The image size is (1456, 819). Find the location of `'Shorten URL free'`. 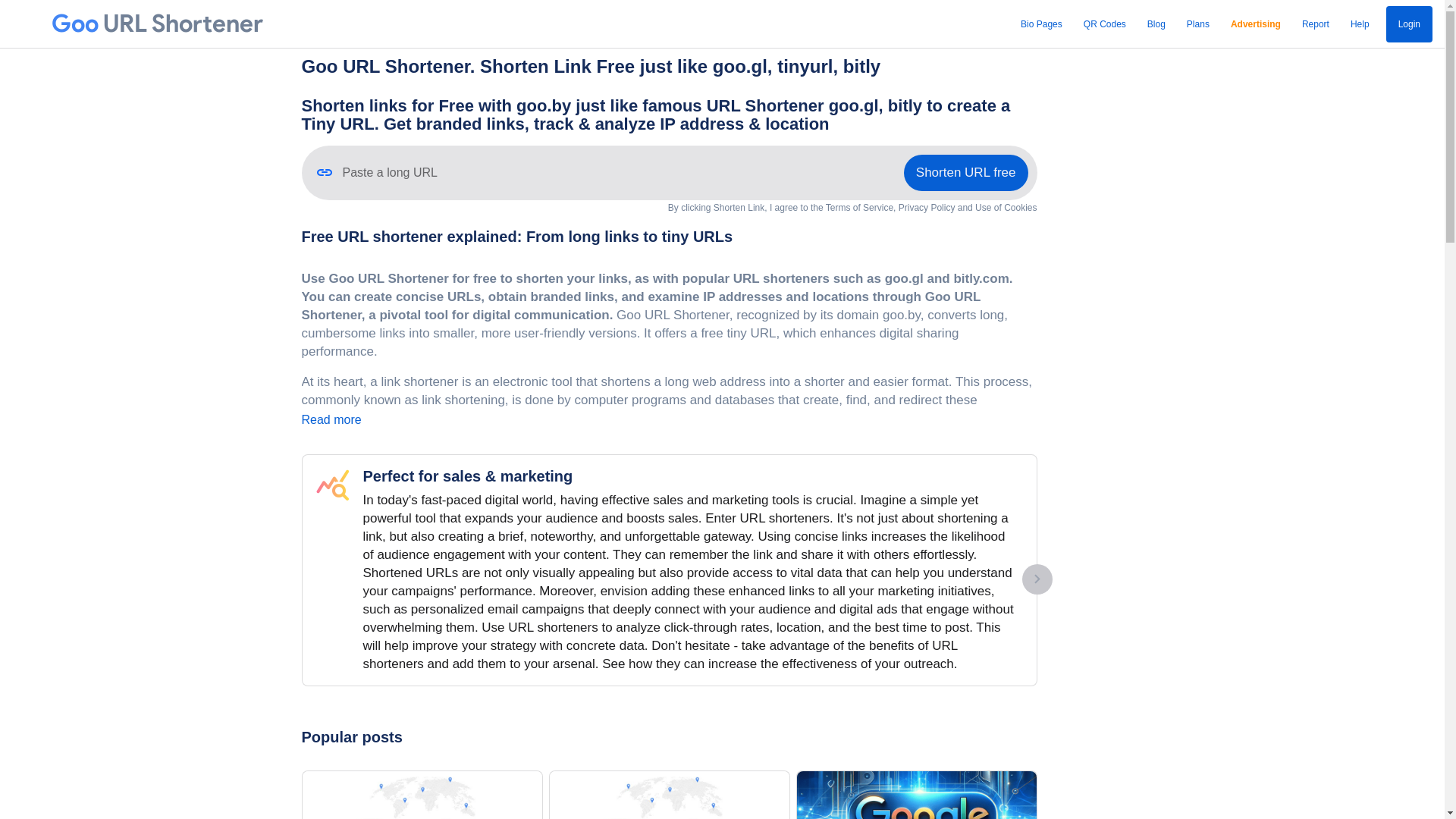

'Shorten URL free' is located at coordinates (965, 171).